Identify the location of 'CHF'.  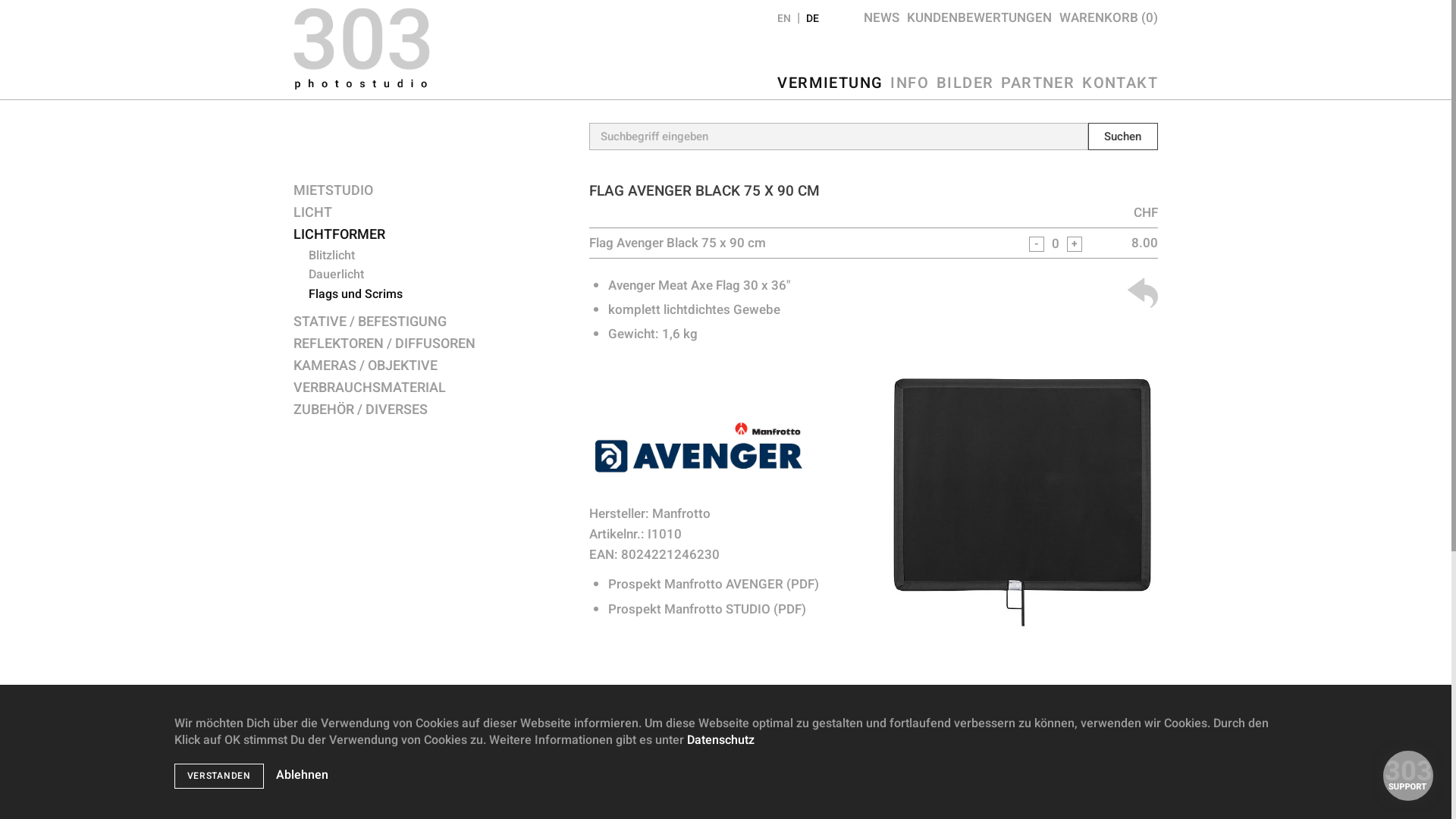
(1146, 212).